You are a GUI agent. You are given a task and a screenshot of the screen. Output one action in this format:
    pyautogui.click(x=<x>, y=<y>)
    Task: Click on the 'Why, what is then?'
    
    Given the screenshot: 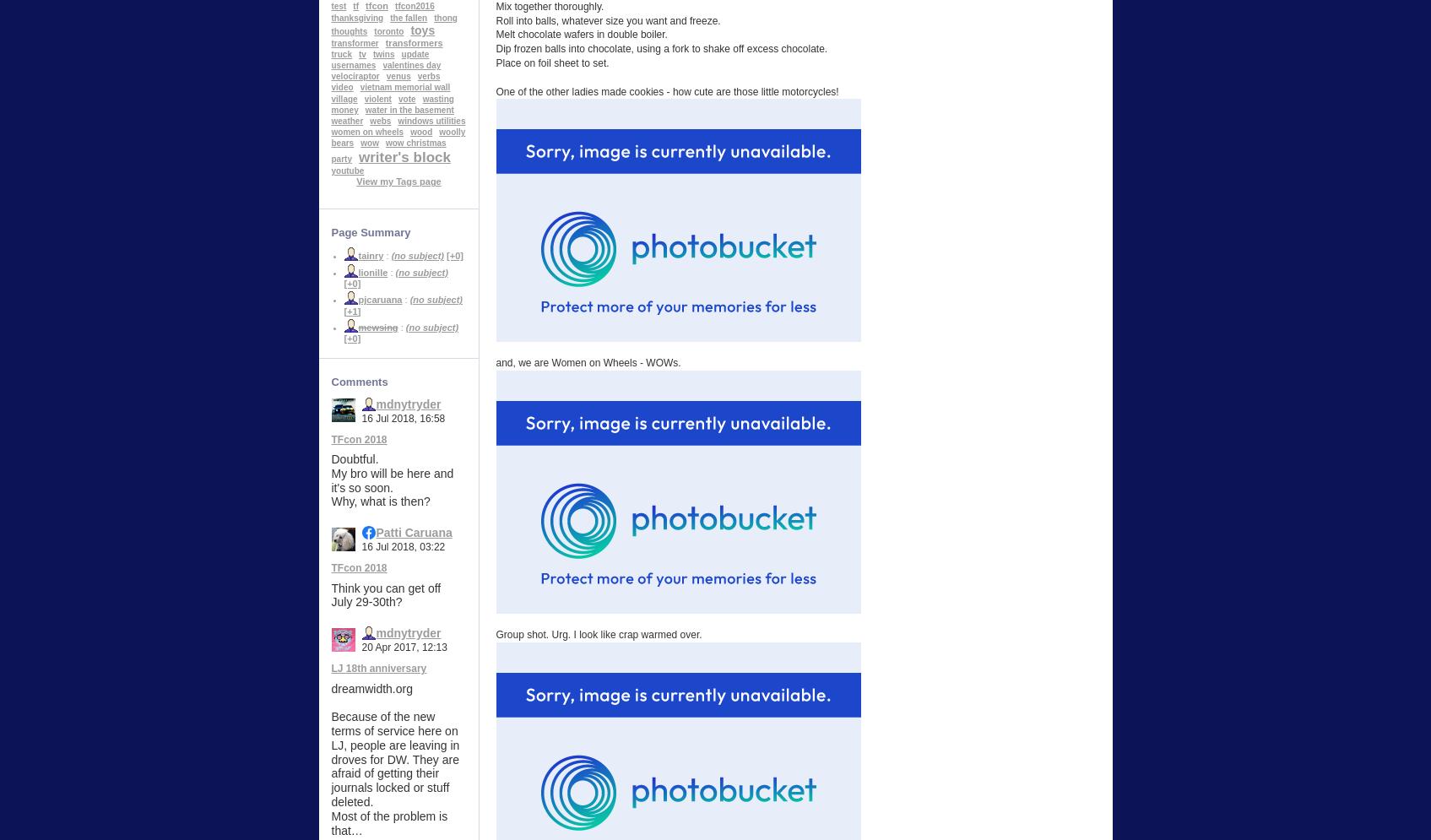 What is the action you would take?
    pyautogui.click(x=380, y=501)
    